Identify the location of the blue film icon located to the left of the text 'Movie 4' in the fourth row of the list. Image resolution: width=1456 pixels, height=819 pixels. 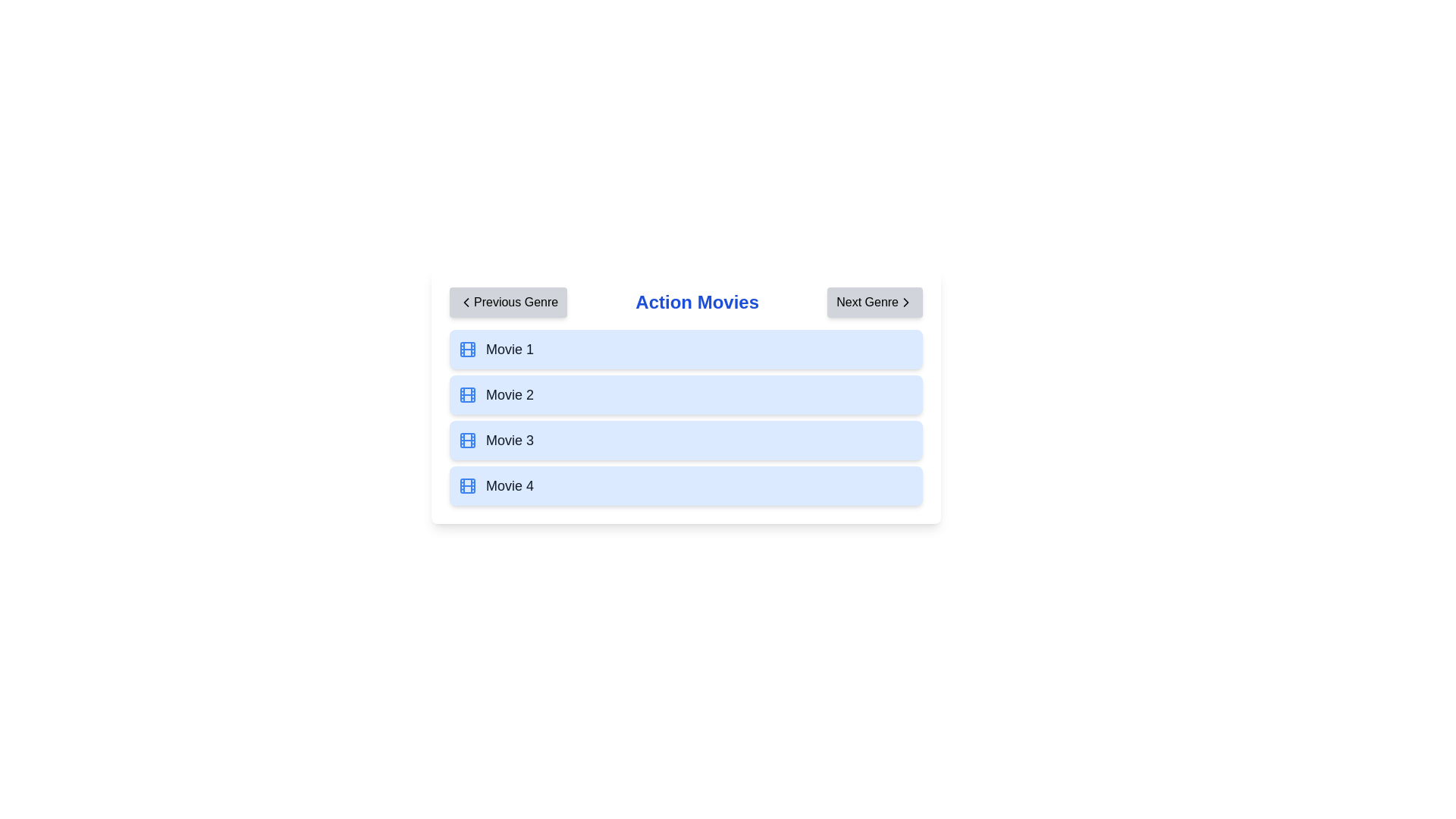
(467, 485).